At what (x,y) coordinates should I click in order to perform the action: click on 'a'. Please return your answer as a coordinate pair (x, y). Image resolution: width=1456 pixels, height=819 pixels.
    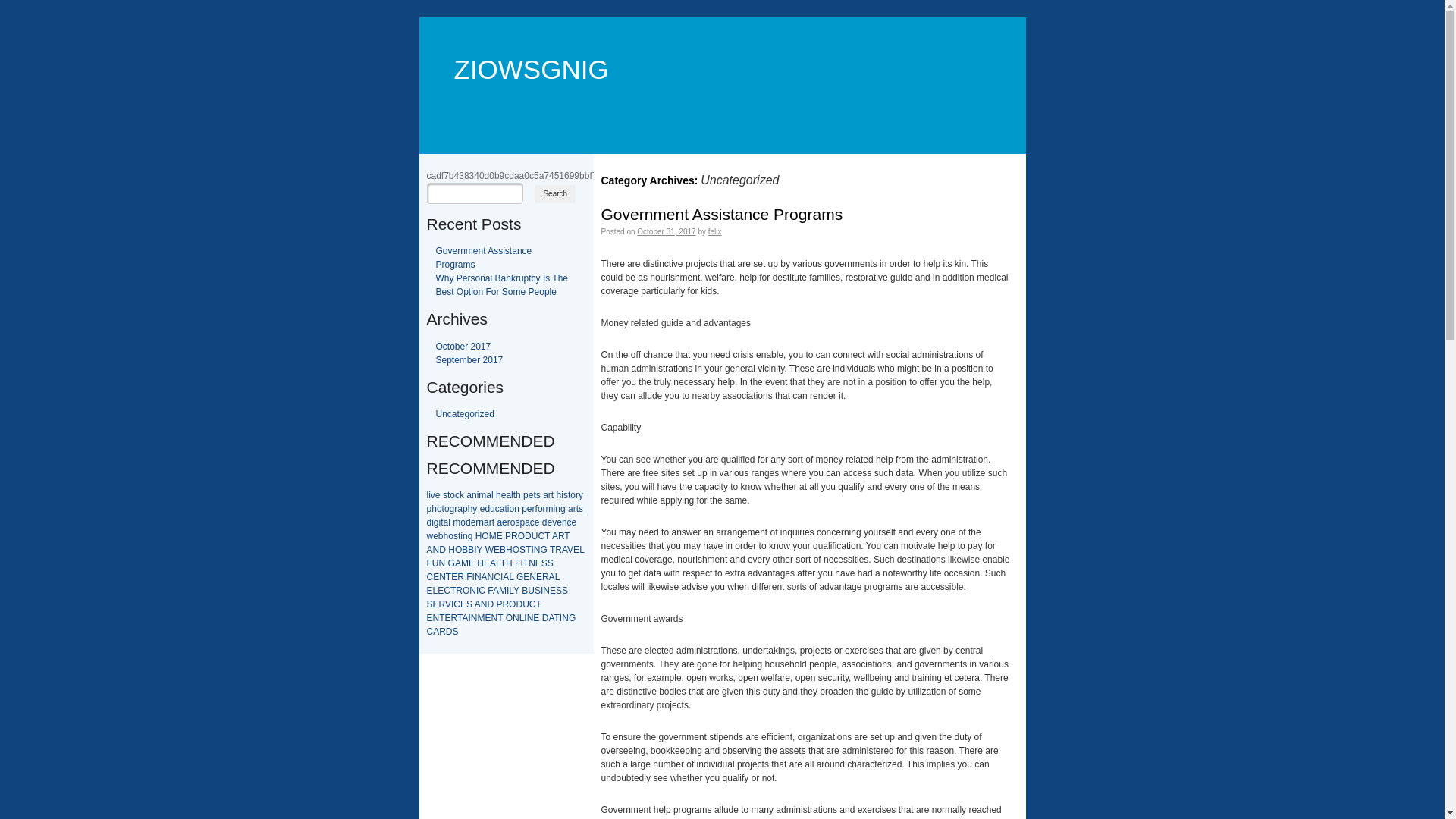
    Looking at the image, I should click on (486, 494).